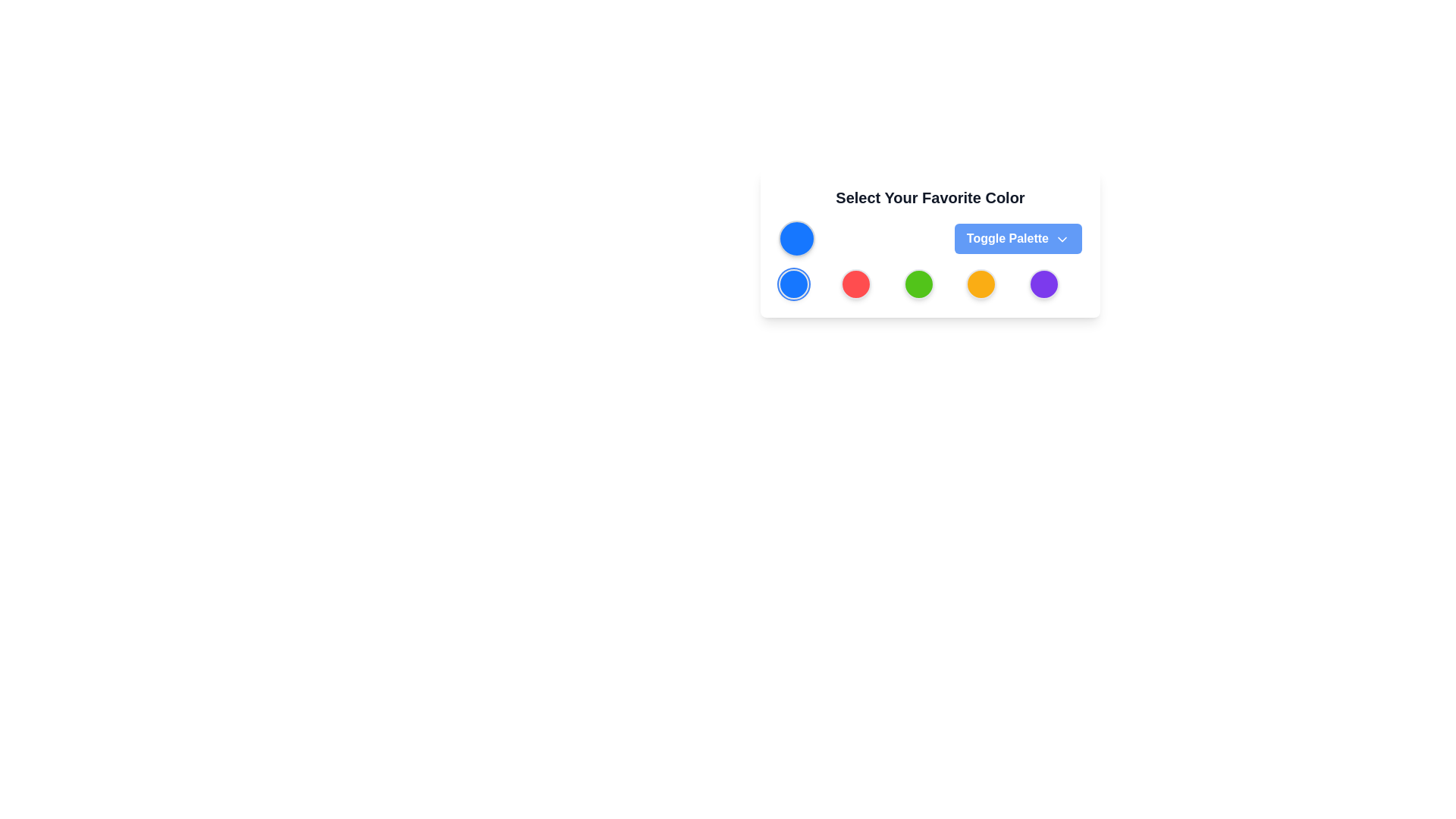 The image size is (1456, 819). I want to click on the chevron icon located on the right side of the 'Toggle Palette' button, which reveals additional options or a dropdown menu for color selection, so click(1062, 239).